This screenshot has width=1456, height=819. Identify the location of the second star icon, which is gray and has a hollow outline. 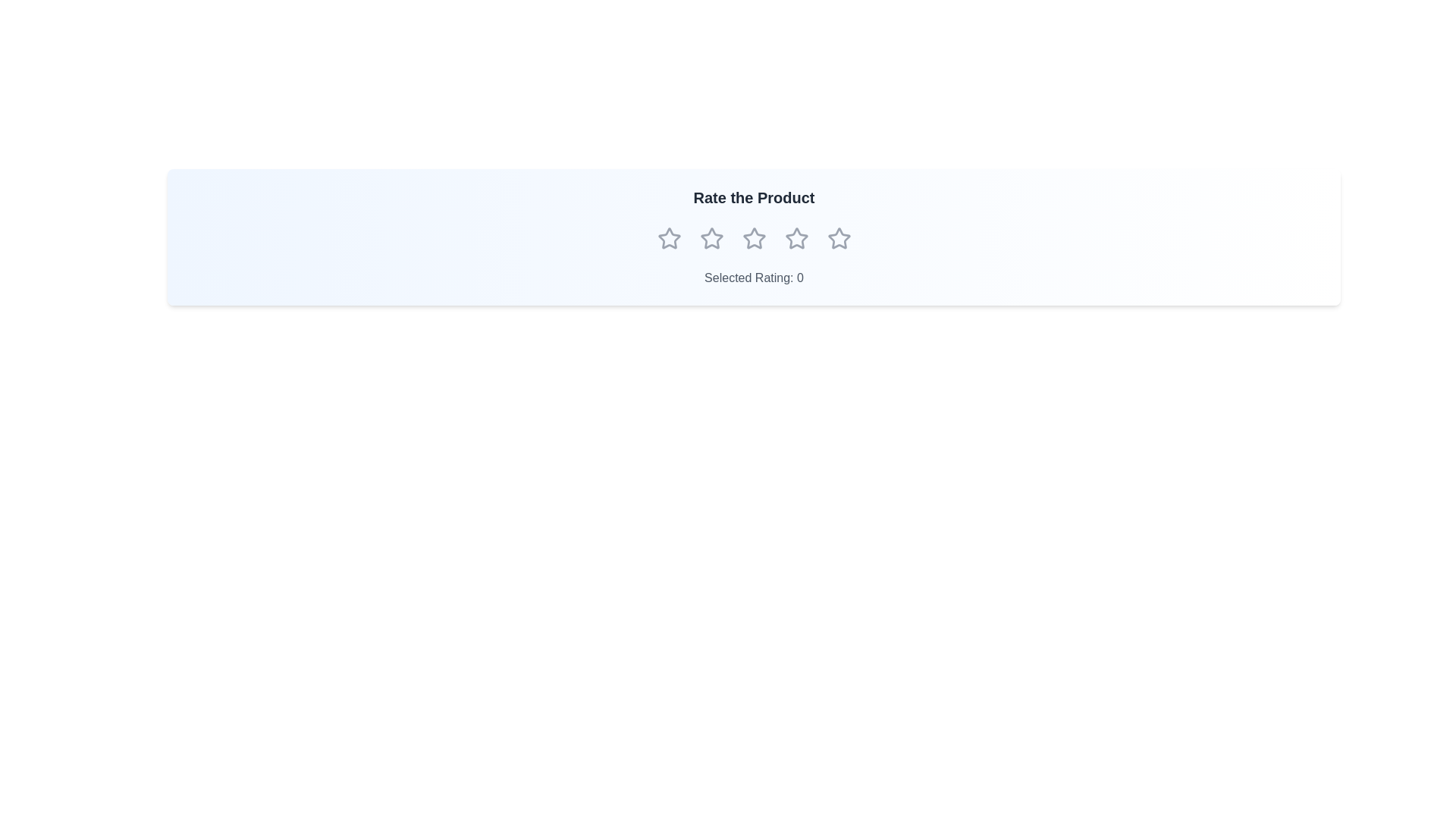
(711, 239).